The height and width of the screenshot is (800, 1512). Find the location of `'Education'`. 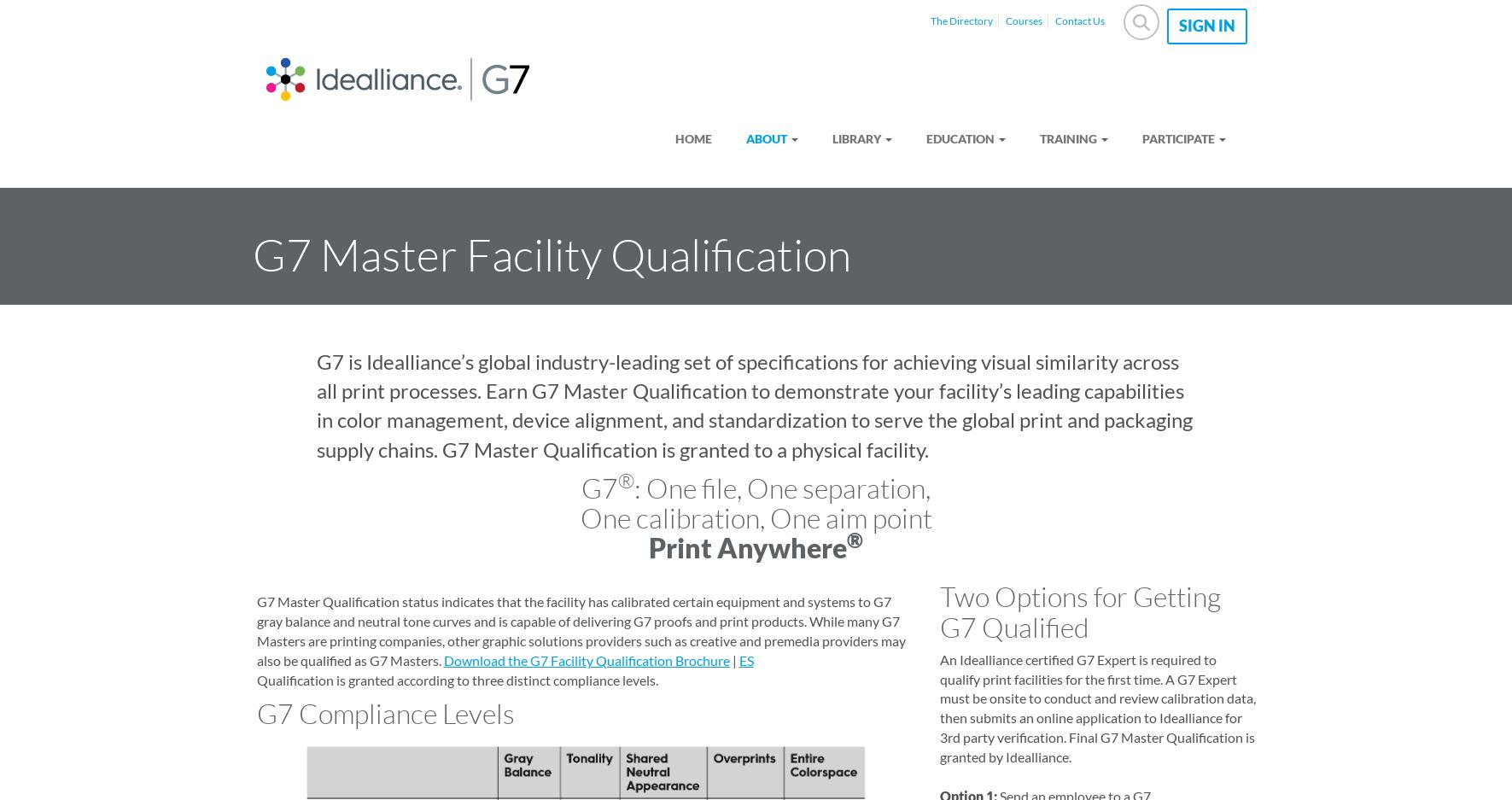

'Education' is located at coordinates (959, 137).